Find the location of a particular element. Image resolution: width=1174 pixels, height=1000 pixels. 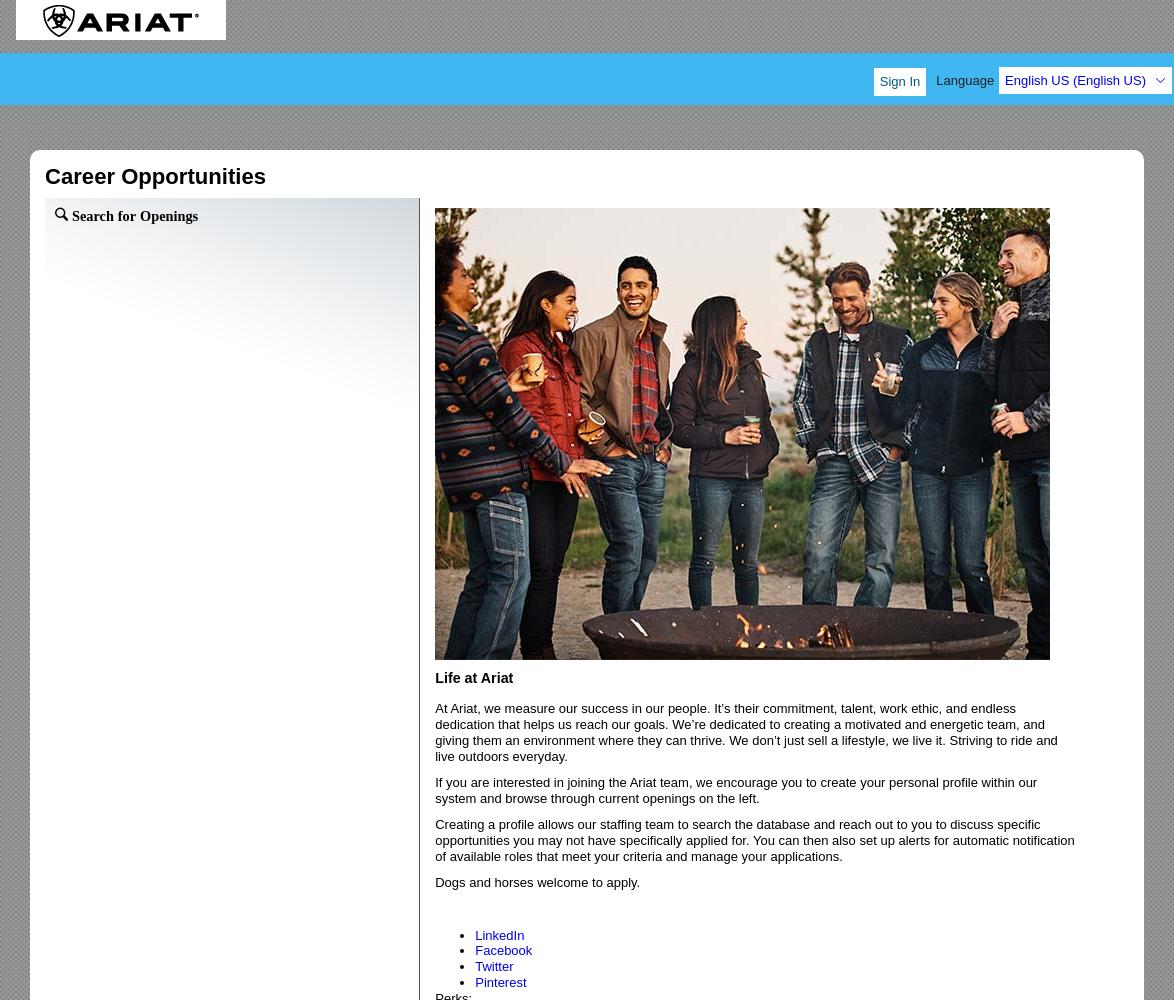

'Career Opportunities' is located at coordinates (154, 176).